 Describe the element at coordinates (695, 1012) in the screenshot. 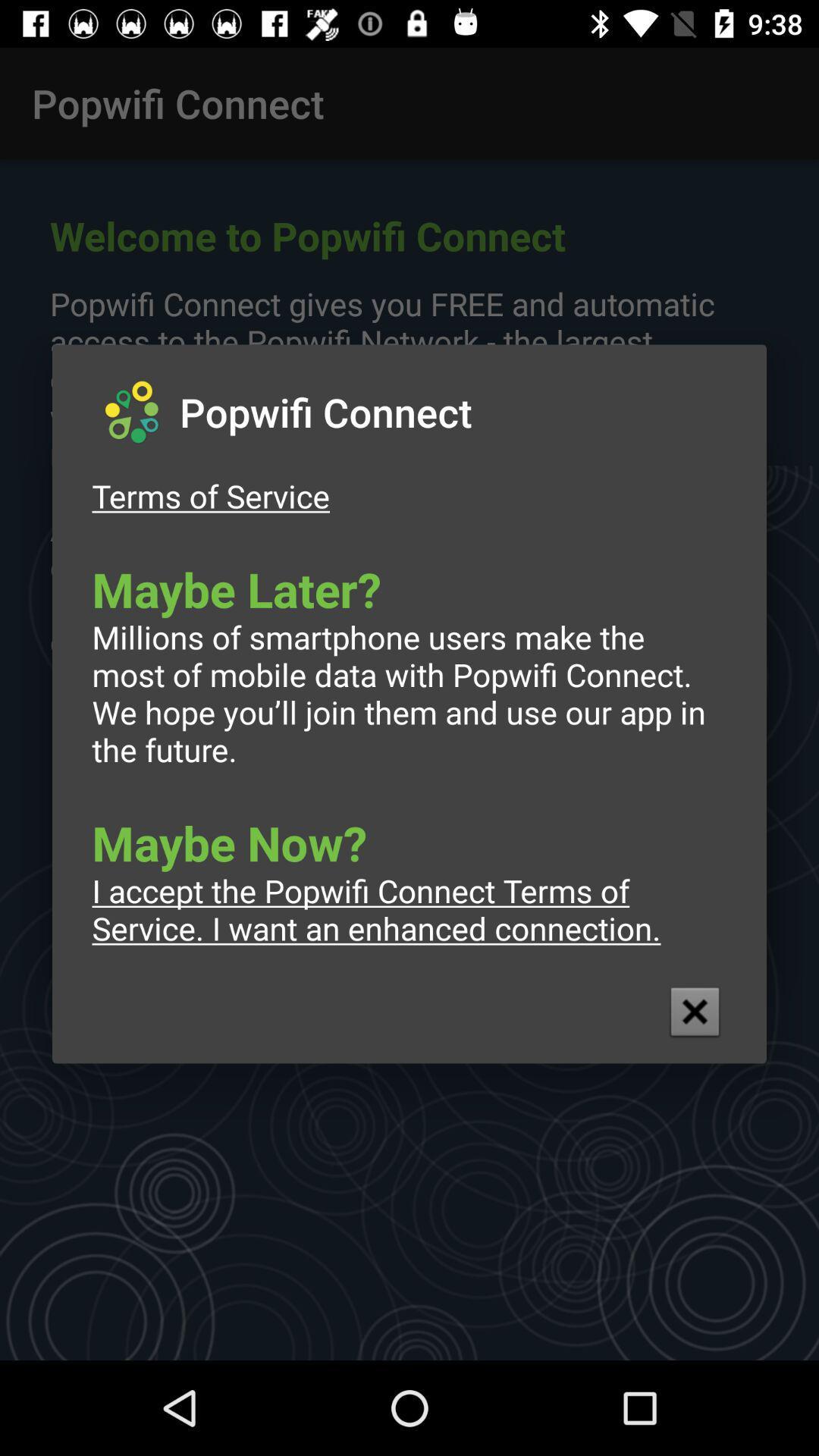

I see `app below maybe now i item` at that location.